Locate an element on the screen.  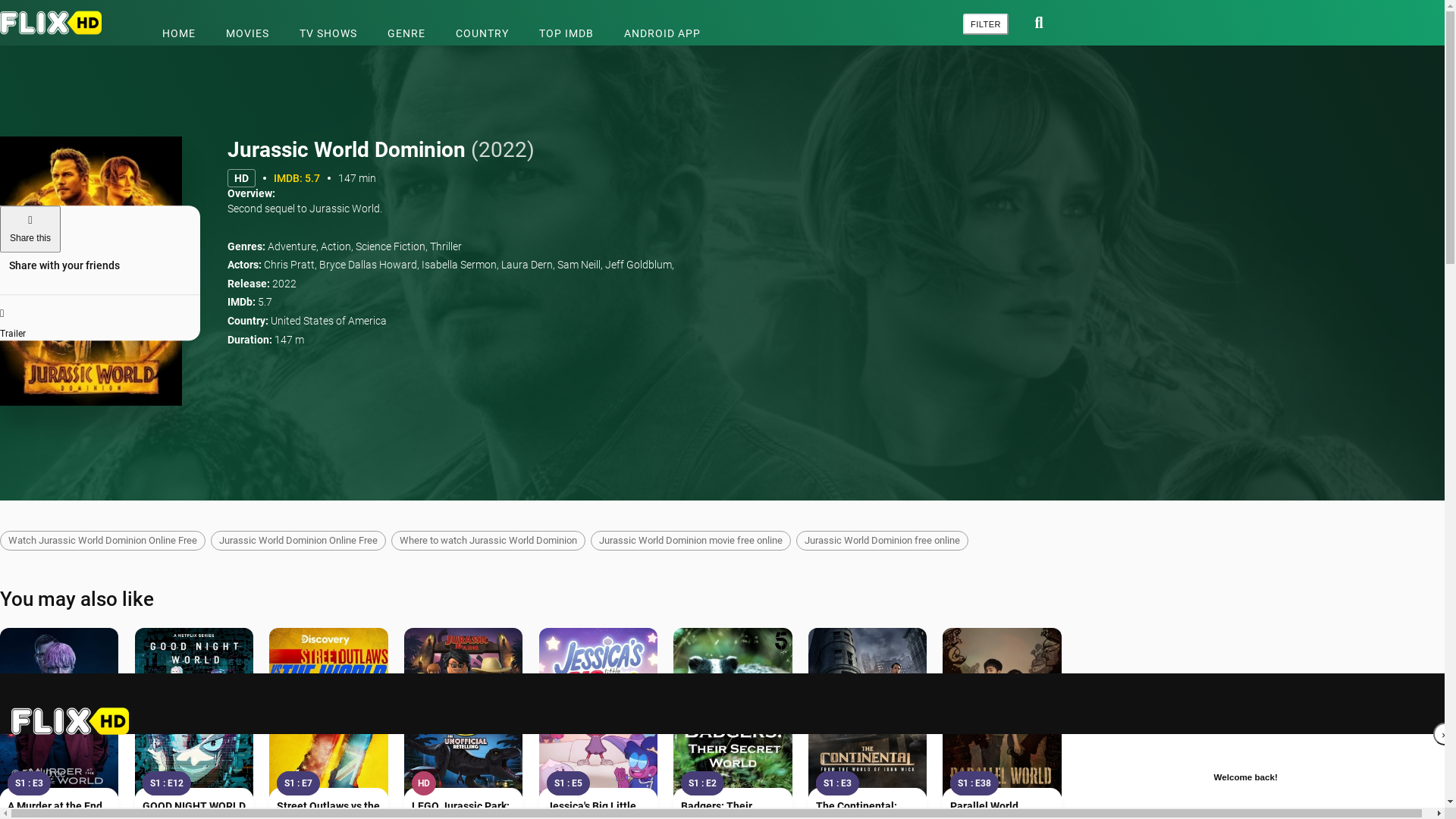
'Share this' is located at coordinates (30, 228).